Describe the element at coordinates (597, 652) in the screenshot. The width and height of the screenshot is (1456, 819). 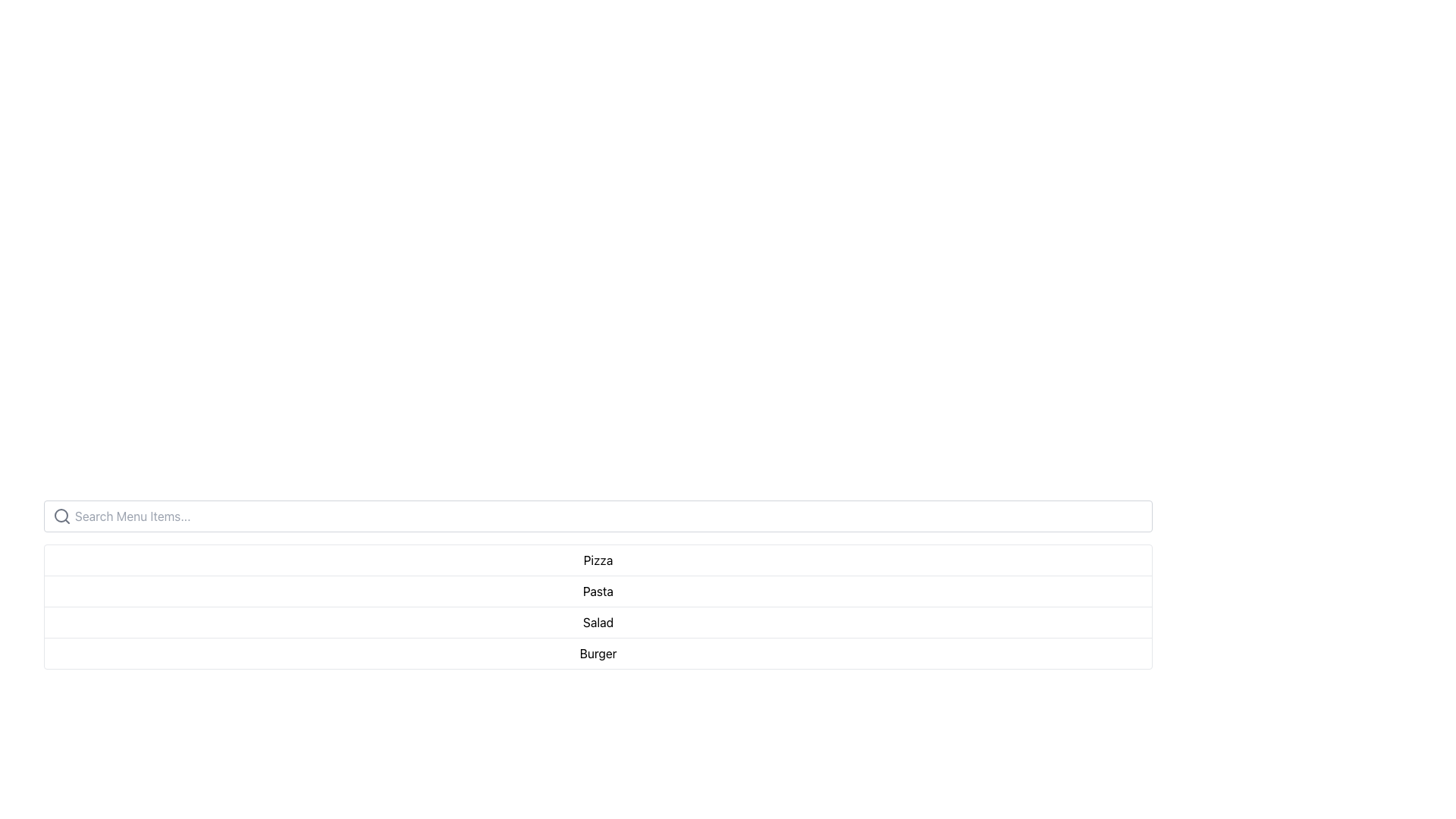
I see `the selectable menu item labeled 'Burger', which is the fourth item in a vertical list and has a light gray background when hovered over` at that location.